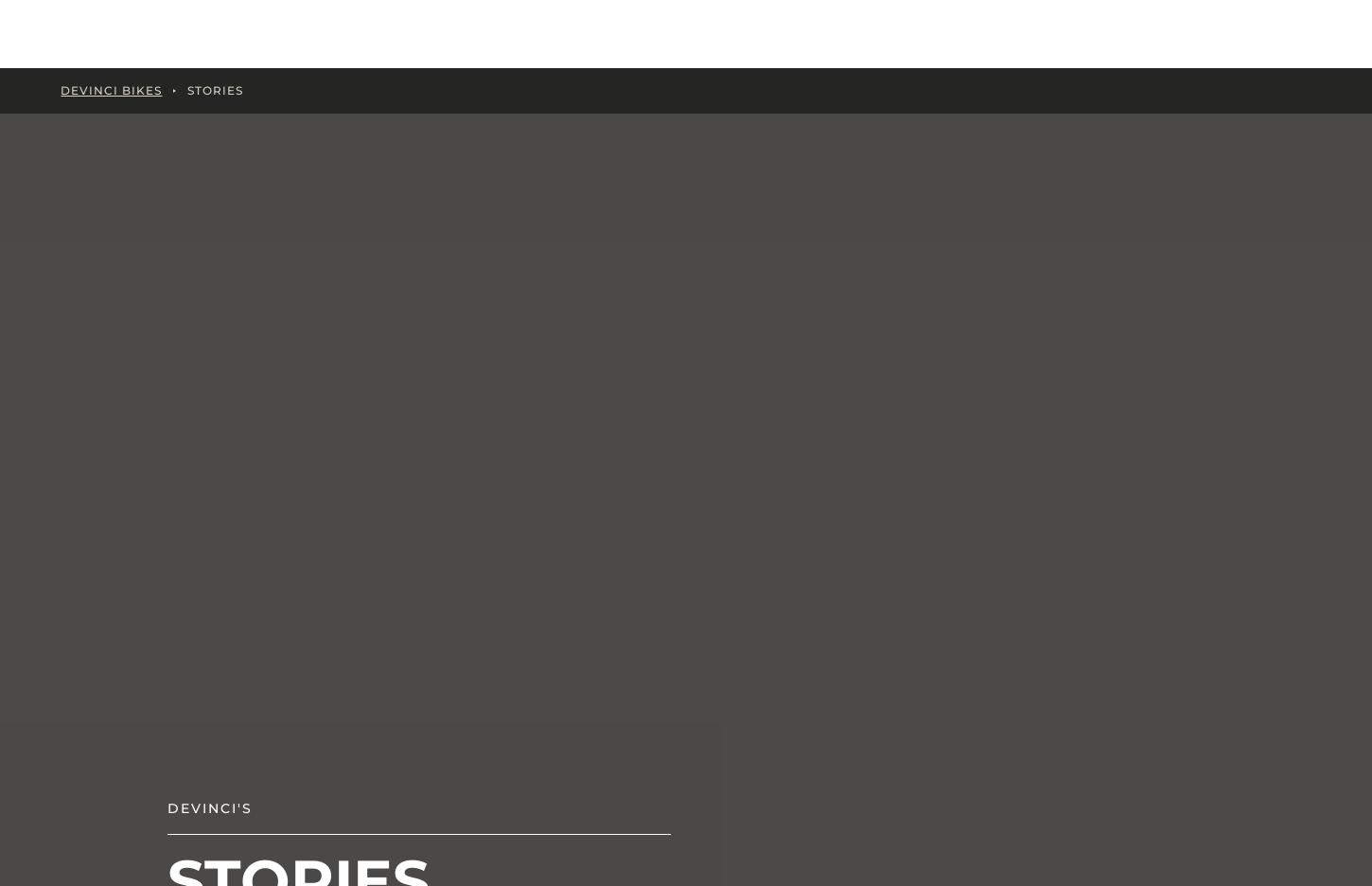 The width and height of the screenshot is (1372, 886). What do you see at coordinates (340, 32) in the screenshot?
I see `'Bikes'` at bounding box center [340, 32].